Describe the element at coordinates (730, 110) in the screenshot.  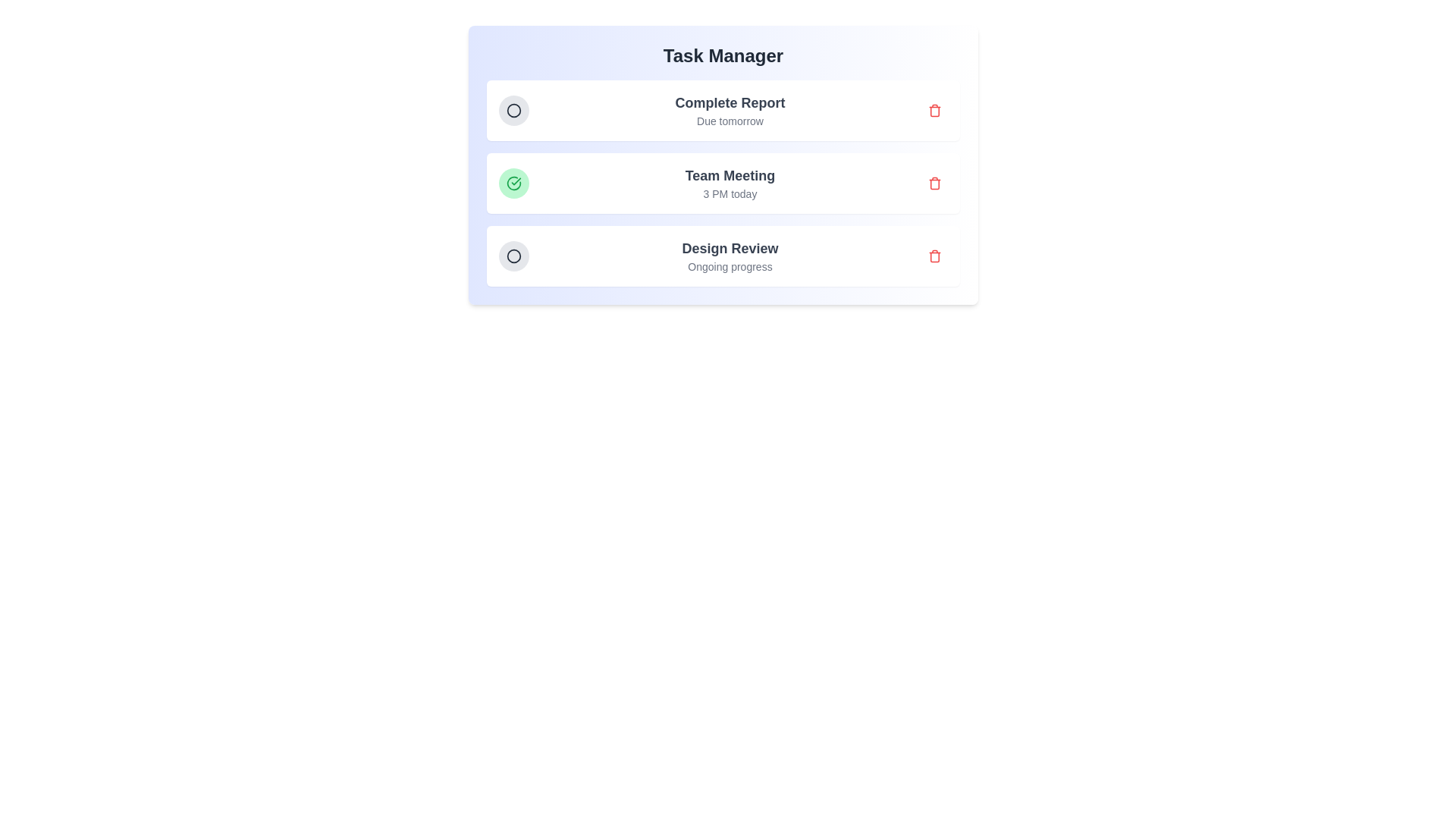
I see `the text block titled 'Complete Report' with the subtitle 'Due tomorrow' in the 'Task Manager' list` at that location.